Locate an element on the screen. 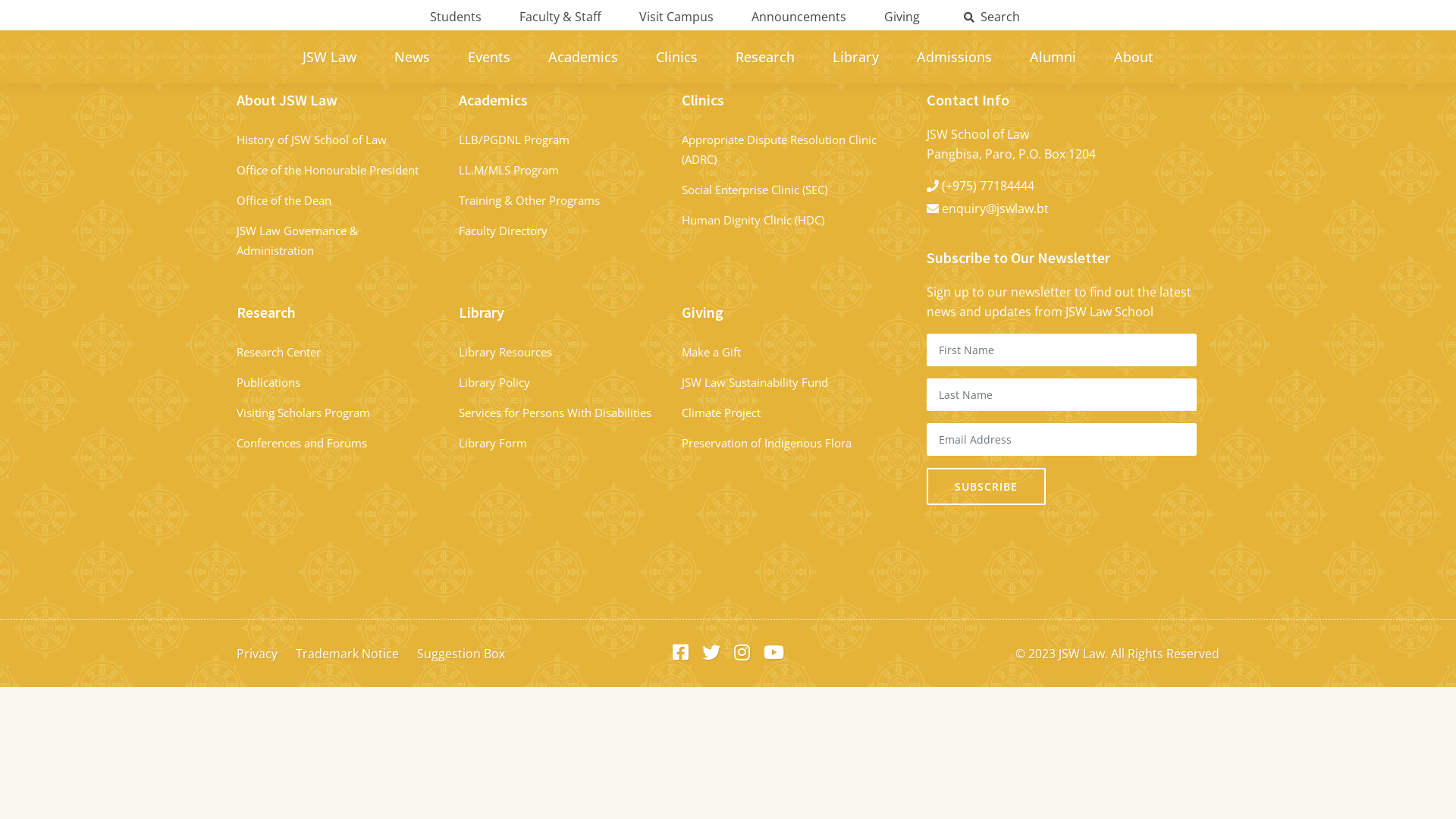 This screenshot has width=1456, height=819. 'About' is located at coordinates (1133, 55).